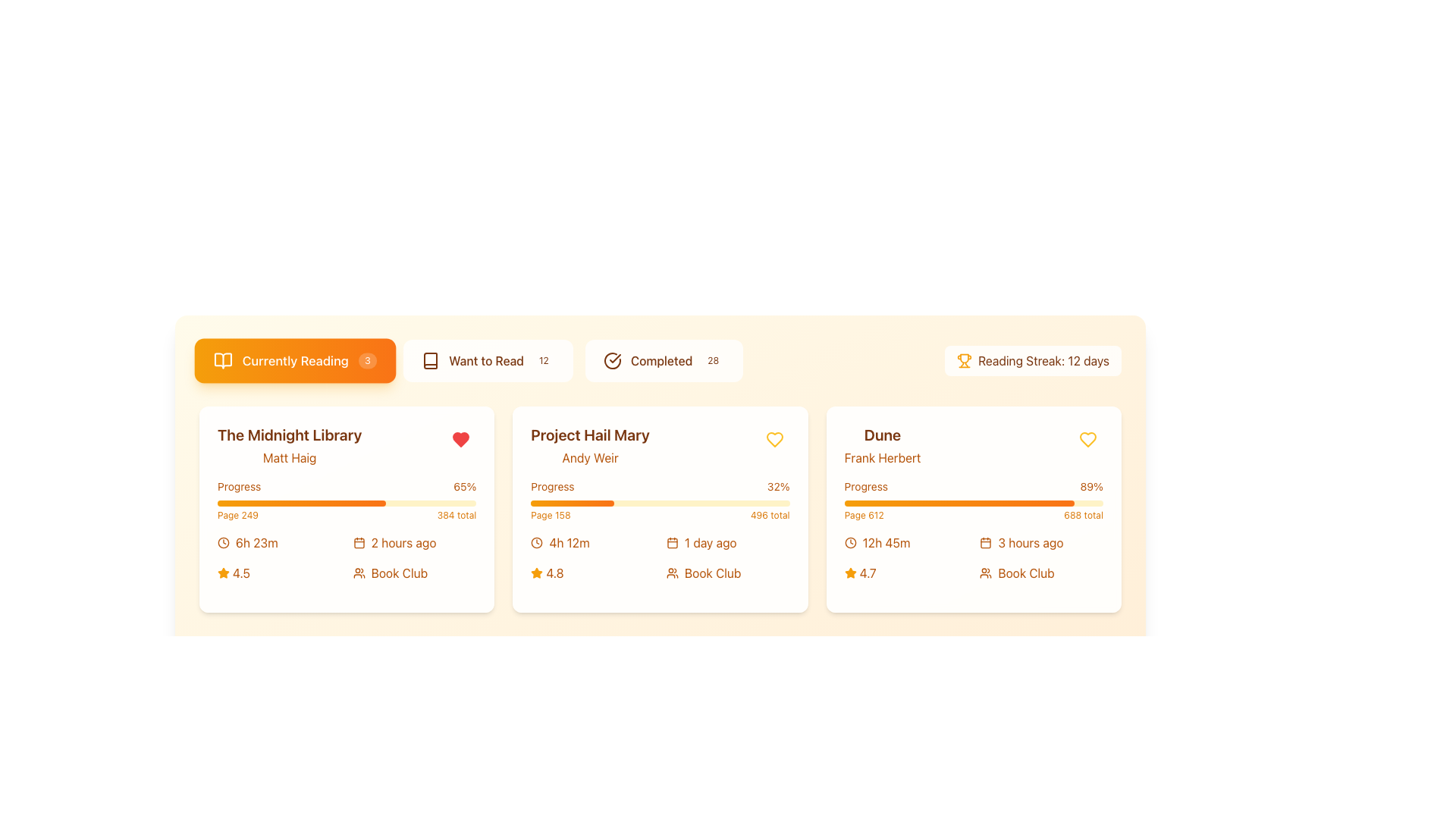 This screenshot has height=819, width=1456. What do you see at coordinates (1040, 573) in the screenshot?
I see `the Label with an icon and text that signifies the association of the book with the 'Book Club' category, located at the bottom right of the third book entry in the grid layout` at bounding box center [1040, 573].